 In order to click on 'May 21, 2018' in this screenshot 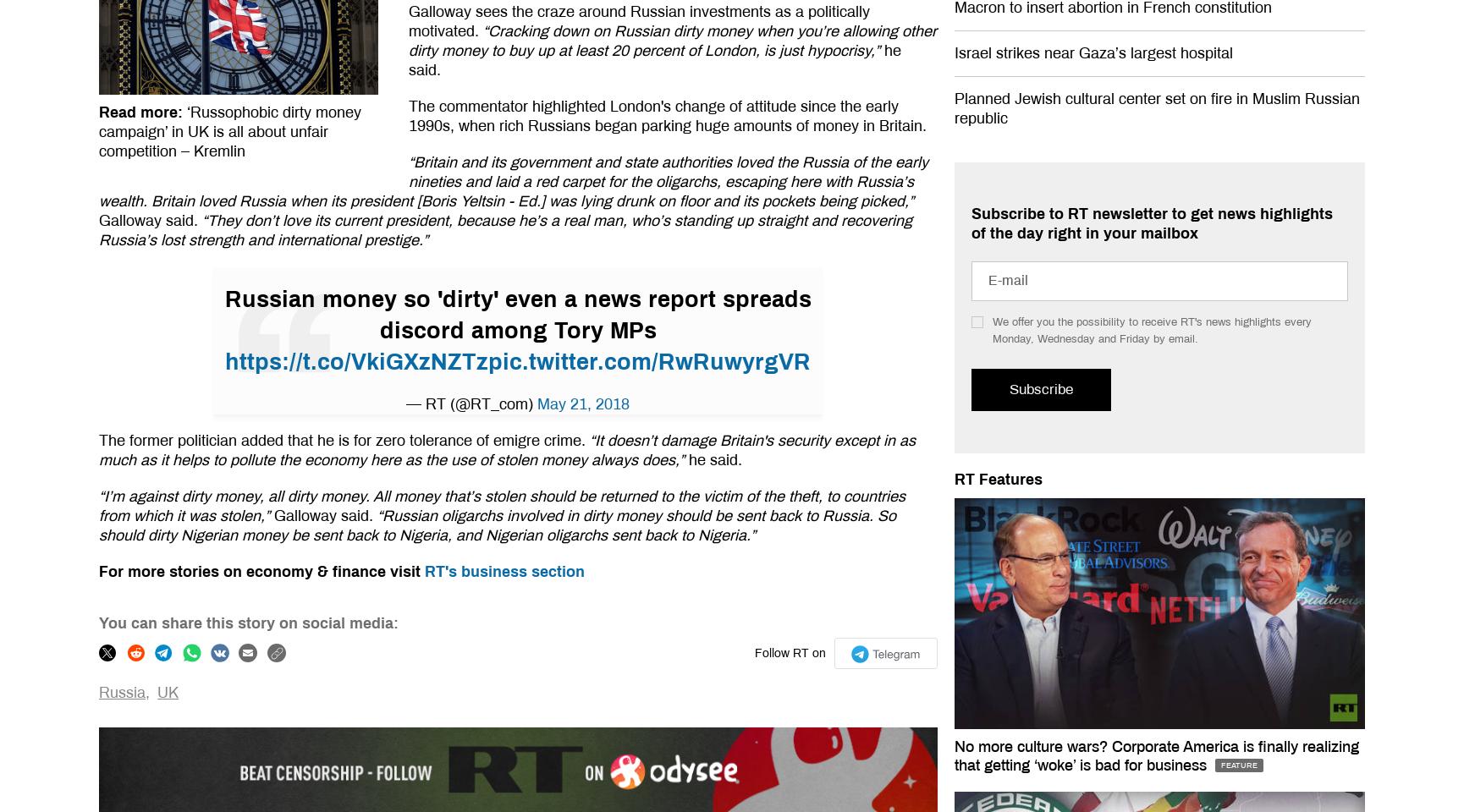, I will do `click(583, 403)`.